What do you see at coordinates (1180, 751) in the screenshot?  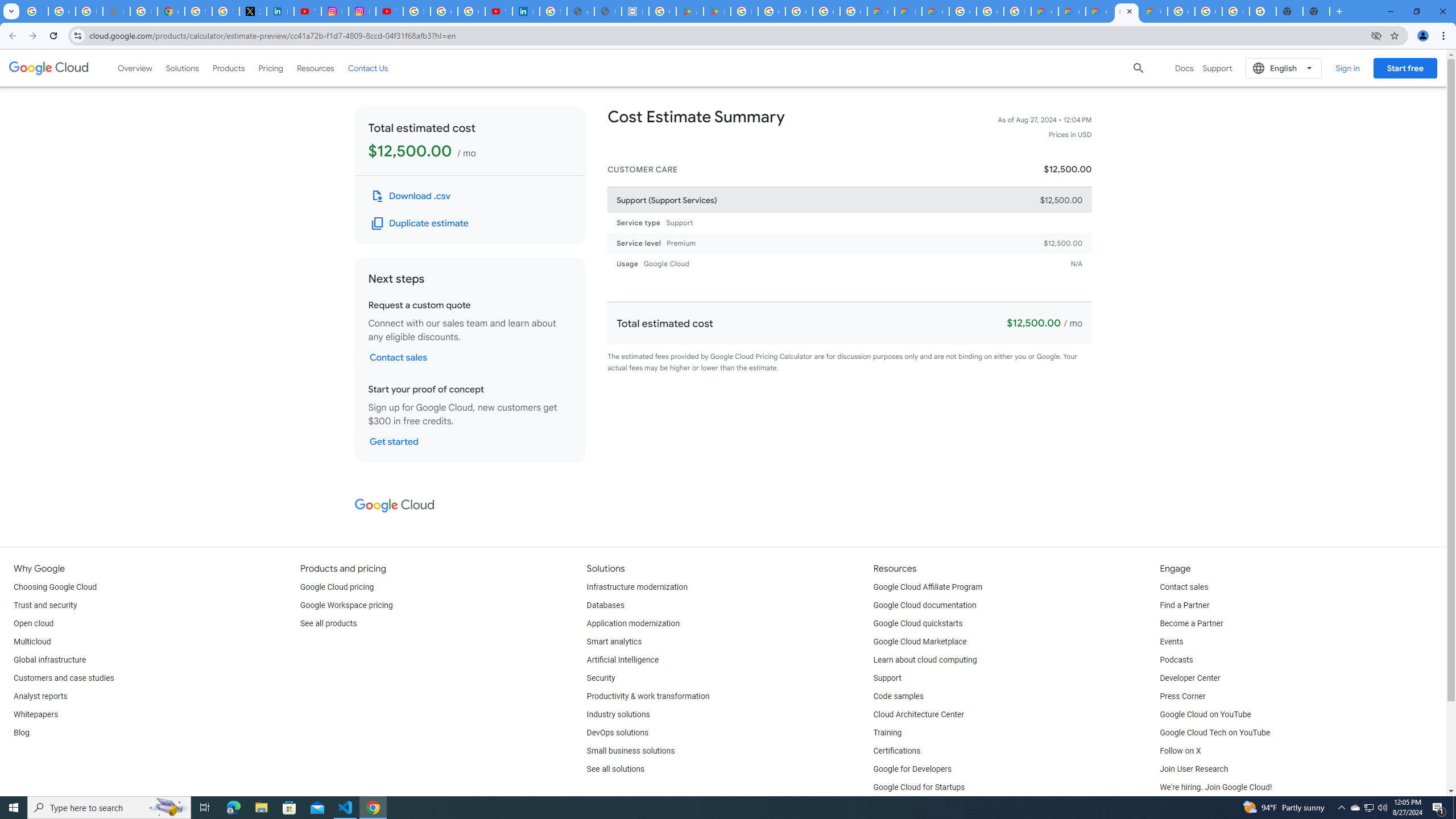 I see `'Follow on X'` at bounding box center [1180, 751].